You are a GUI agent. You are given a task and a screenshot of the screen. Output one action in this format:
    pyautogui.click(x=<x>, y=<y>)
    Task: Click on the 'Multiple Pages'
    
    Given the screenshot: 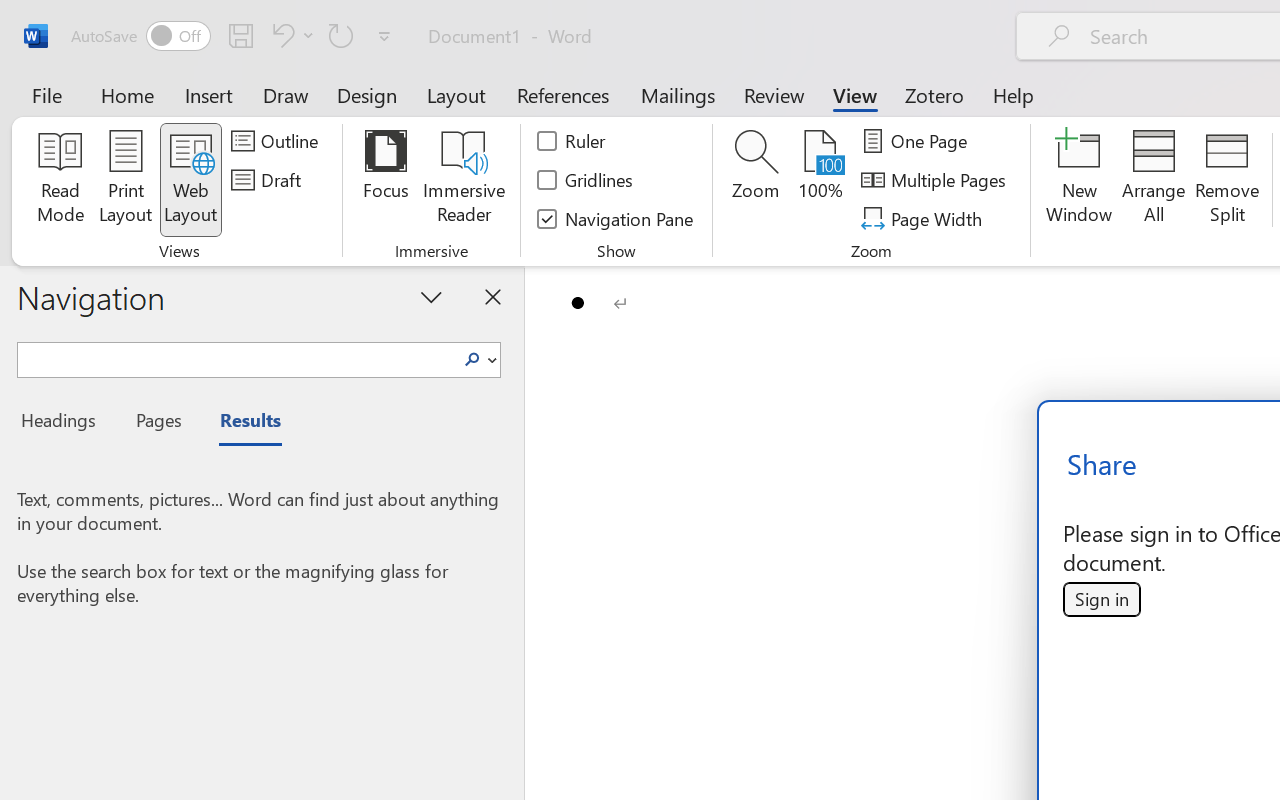 What is the action you would take?
    pyautogui.click(x=935, y=179)
    